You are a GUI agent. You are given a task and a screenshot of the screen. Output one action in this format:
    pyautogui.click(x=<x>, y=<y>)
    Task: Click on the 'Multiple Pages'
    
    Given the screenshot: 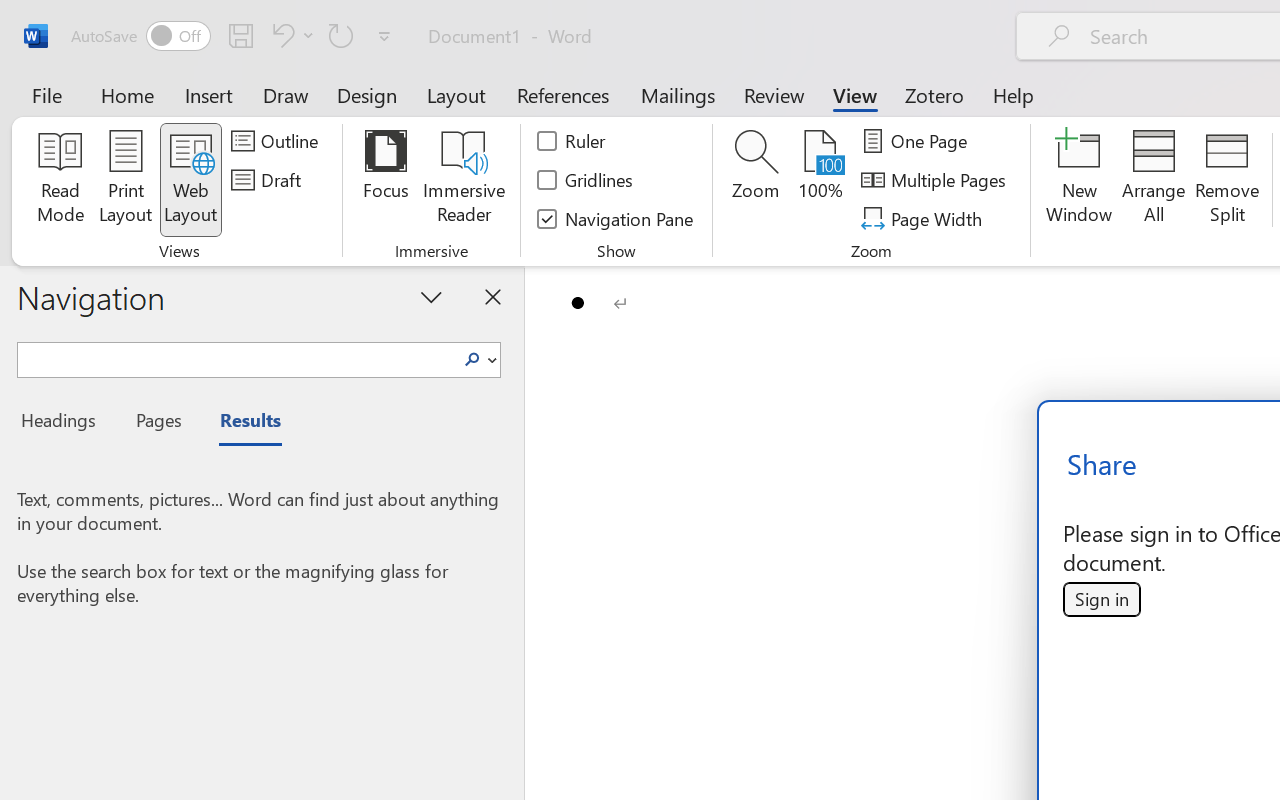 What is the action you would take?
    pyautogui.click(x=935, y=179)
    